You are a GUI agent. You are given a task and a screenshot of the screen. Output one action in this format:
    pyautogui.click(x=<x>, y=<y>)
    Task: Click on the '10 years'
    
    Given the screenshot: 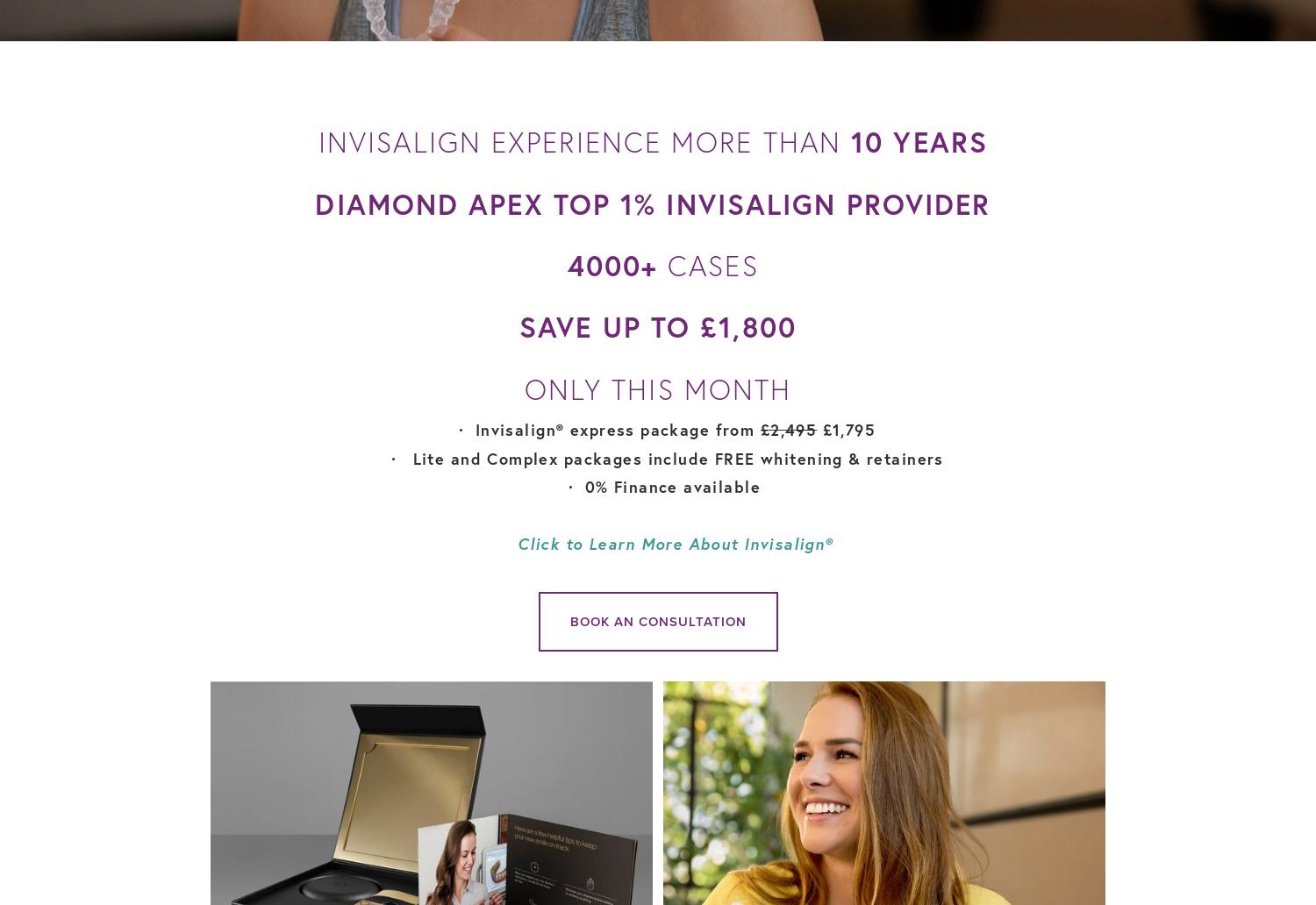 What is the action you would take?
    pyautogui.click(x=850, y=141)
    